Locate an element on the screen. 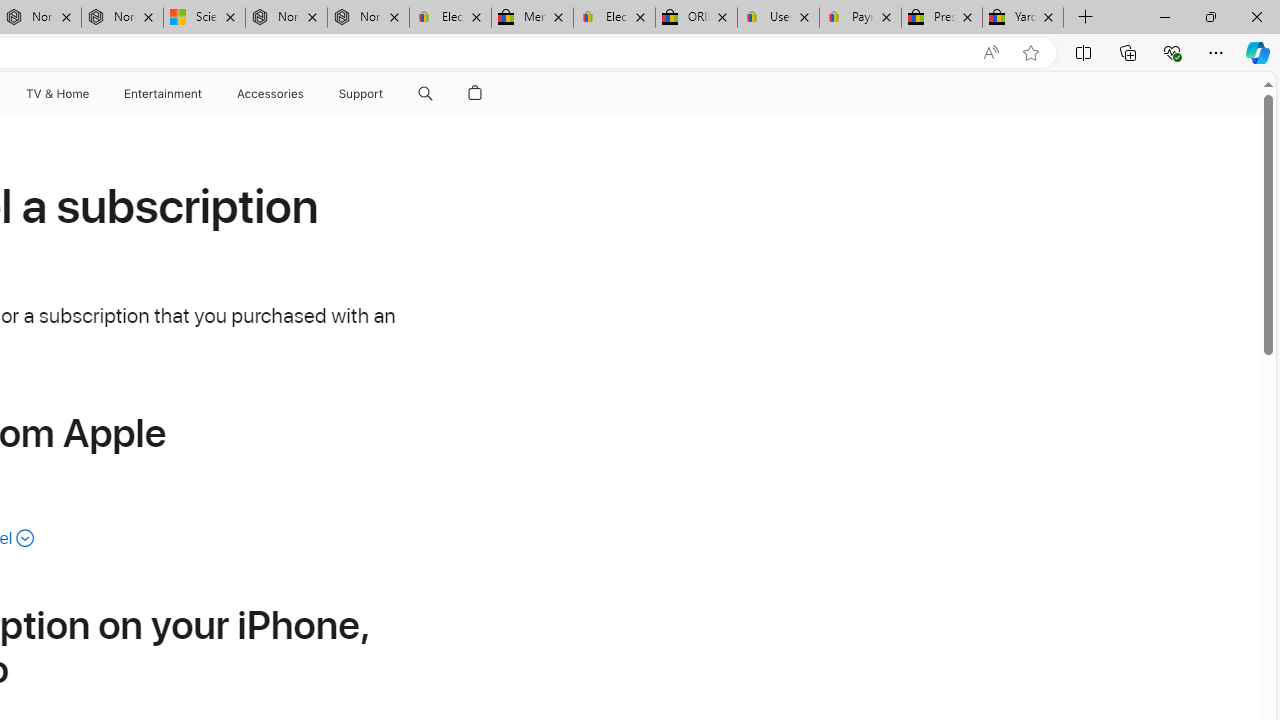 The width and height of the screenshot is (1280, 720). 'Class: globalnav-item globalnav-search shift-0-1' is located at coordinates (424, 93).